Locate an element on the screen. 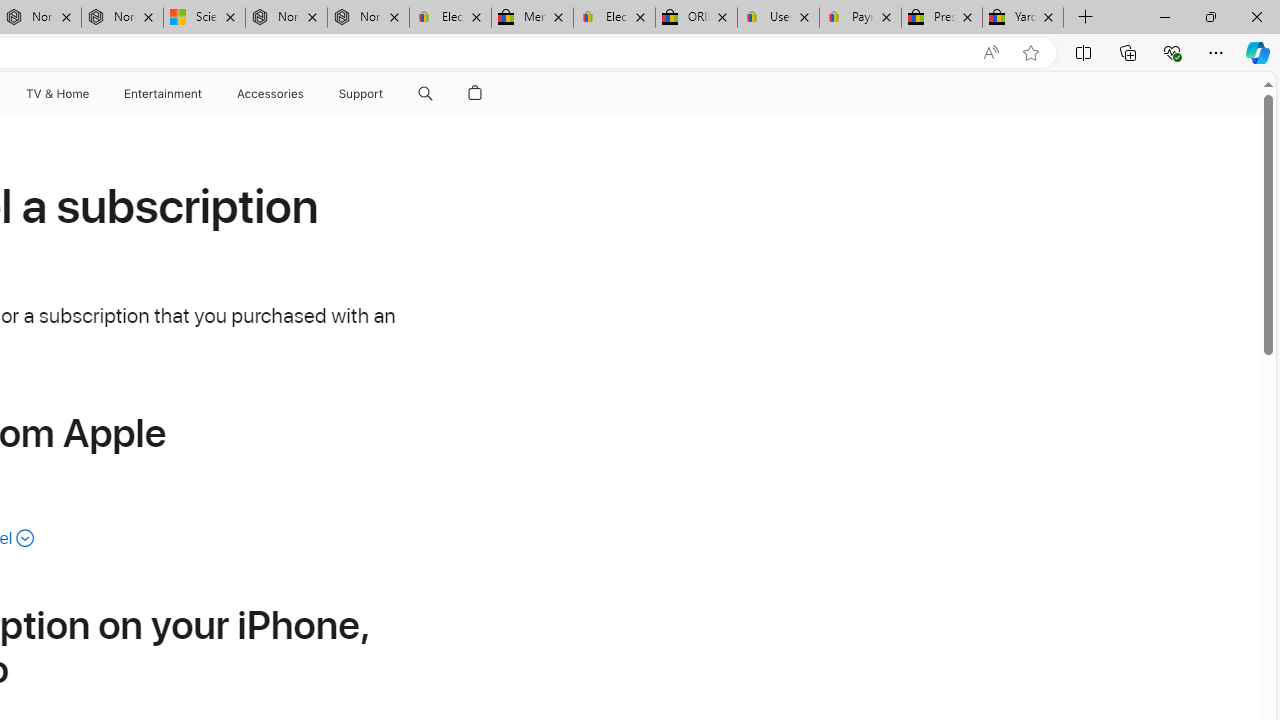 The width and height of the screenshot is (1280, 720). 'Class: globalnav-item globalnav-search shift-0-1' is located at coordinates (424, 93).